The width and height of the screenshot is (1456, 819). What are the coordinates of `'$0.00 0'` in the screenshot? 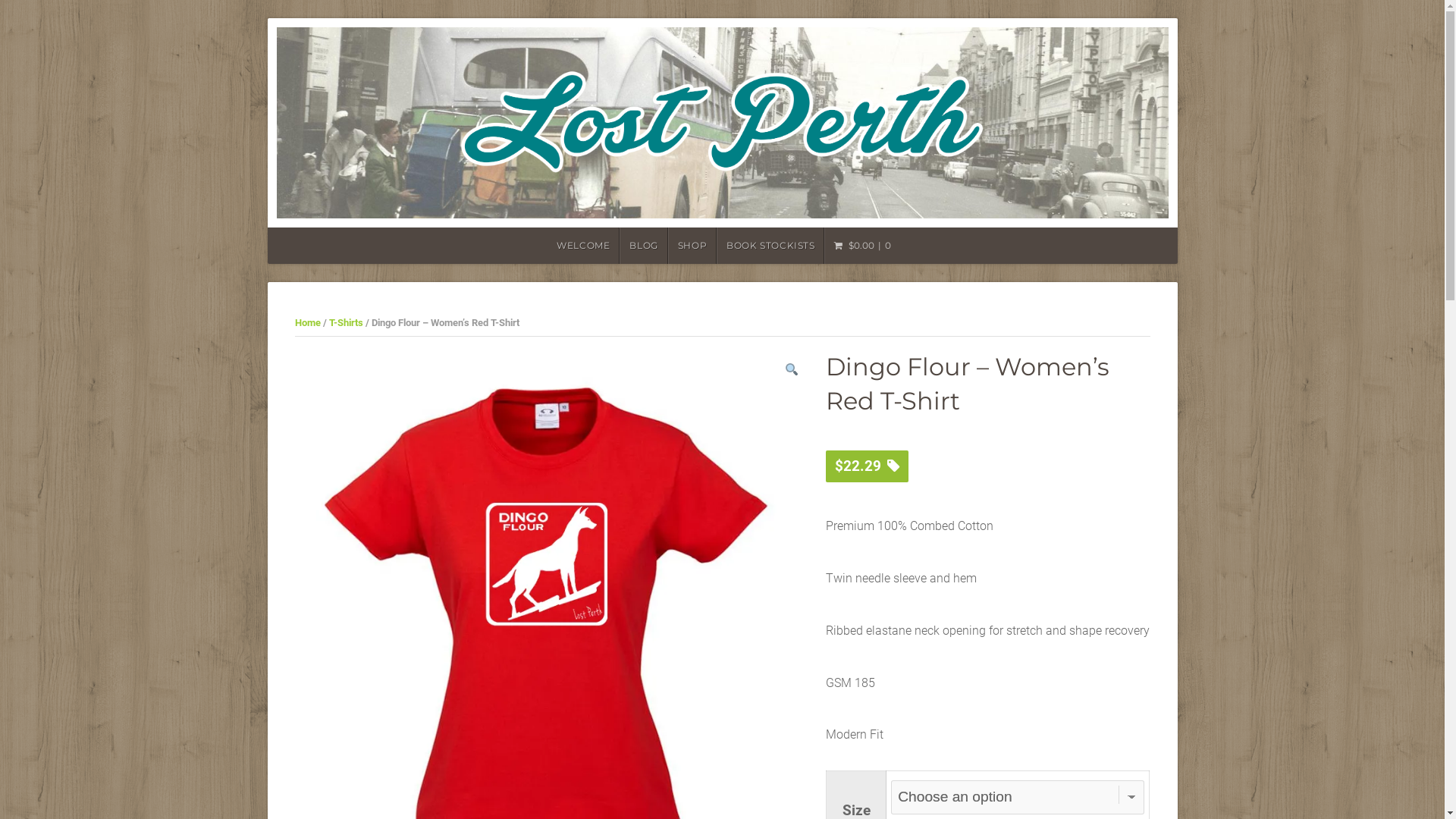 It's located at (823, 245).